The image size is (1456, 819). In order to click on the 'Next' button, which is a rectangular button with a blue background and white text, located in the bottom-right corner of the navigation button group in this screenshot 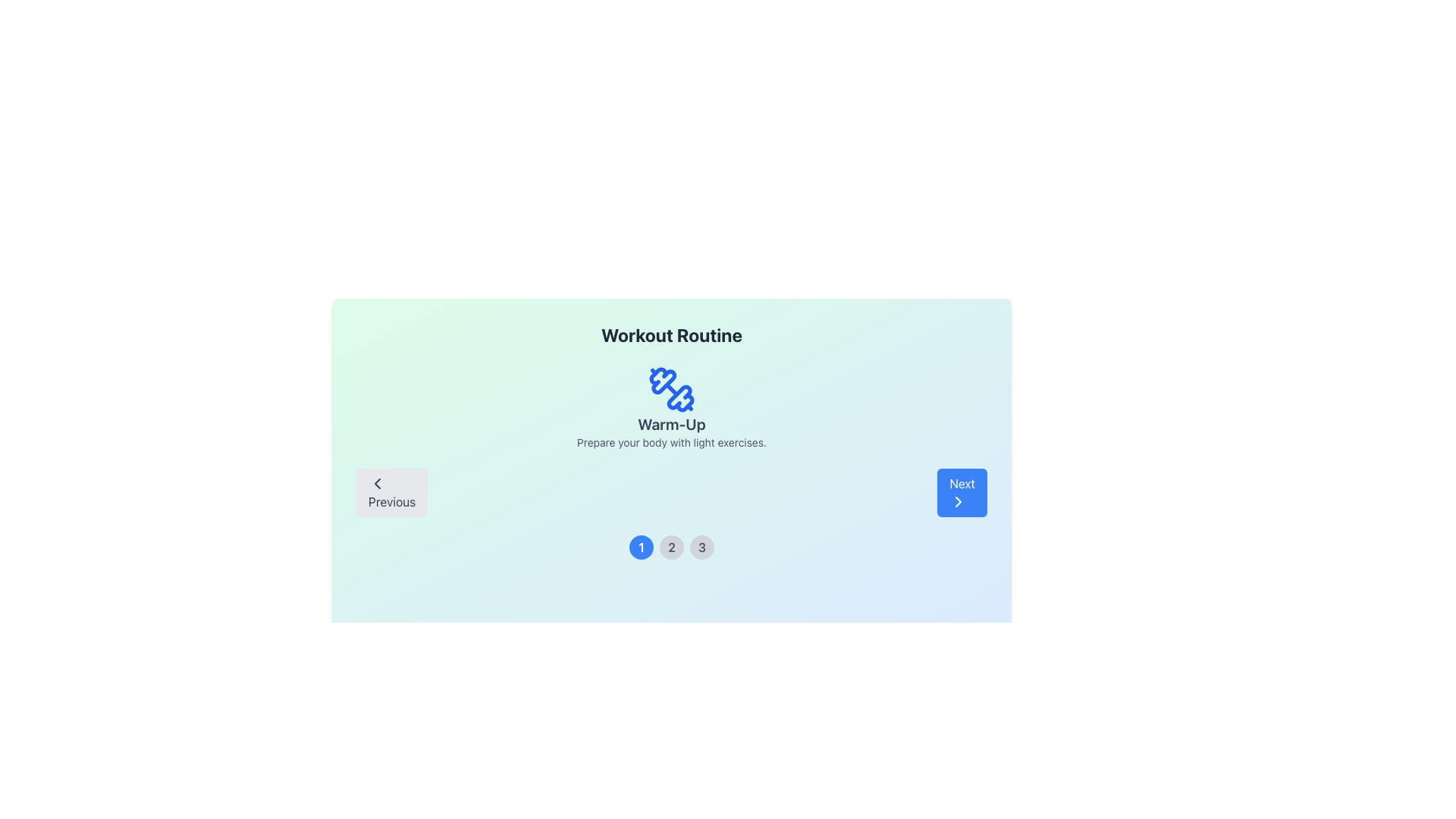, I will do `click(961, 493)`.